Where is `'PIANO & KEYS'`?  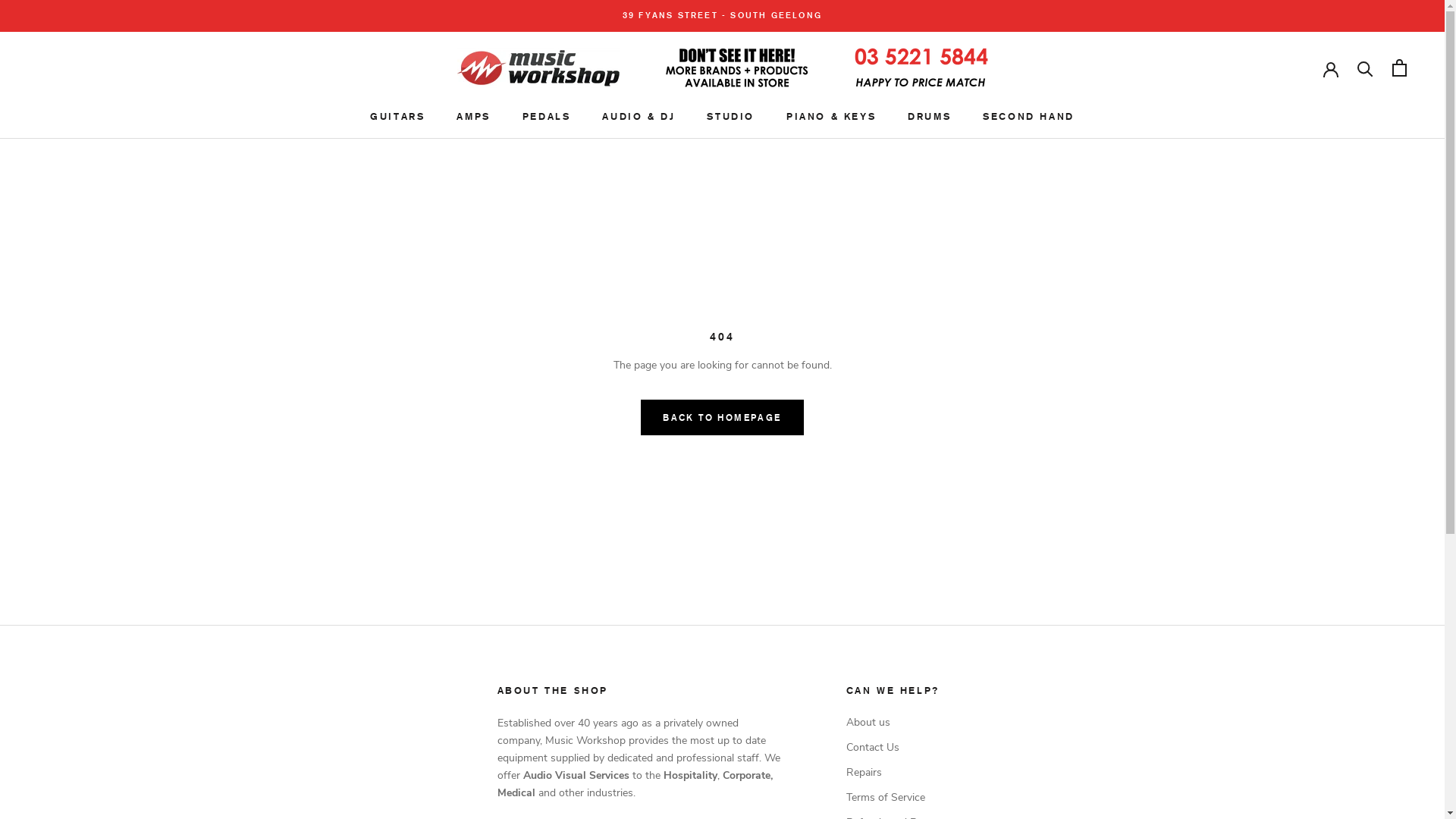 'PIANO & KEYS' is located at coordinates (830, 115).